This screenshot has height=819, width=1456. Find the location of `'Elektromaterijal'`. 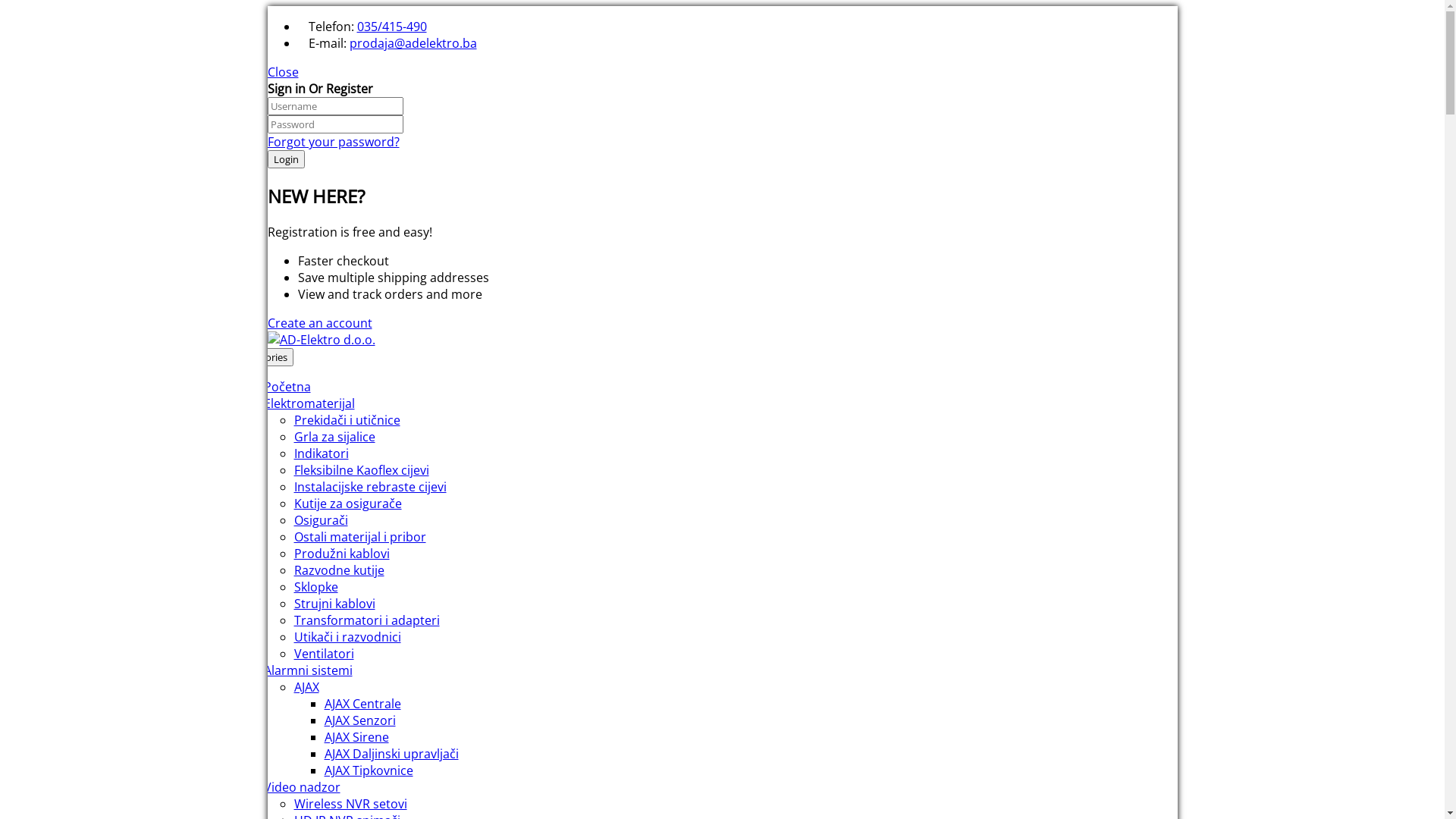

'Elektromaterijal' is located at coordinates (309, 403).